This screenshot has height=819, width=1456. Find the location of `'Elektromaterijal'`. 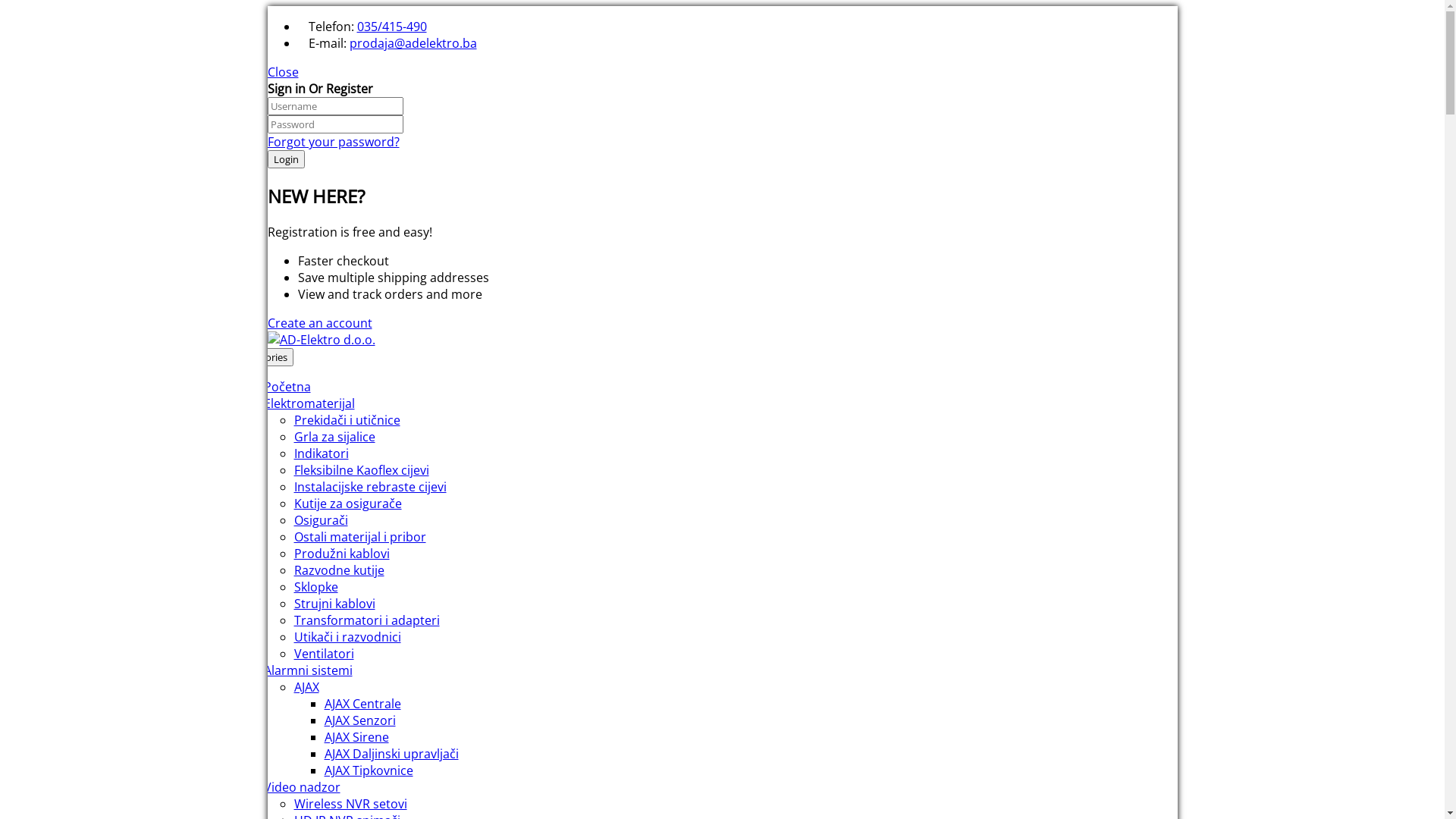

'Elektromaterijal' is located at coordinates (309, 403).